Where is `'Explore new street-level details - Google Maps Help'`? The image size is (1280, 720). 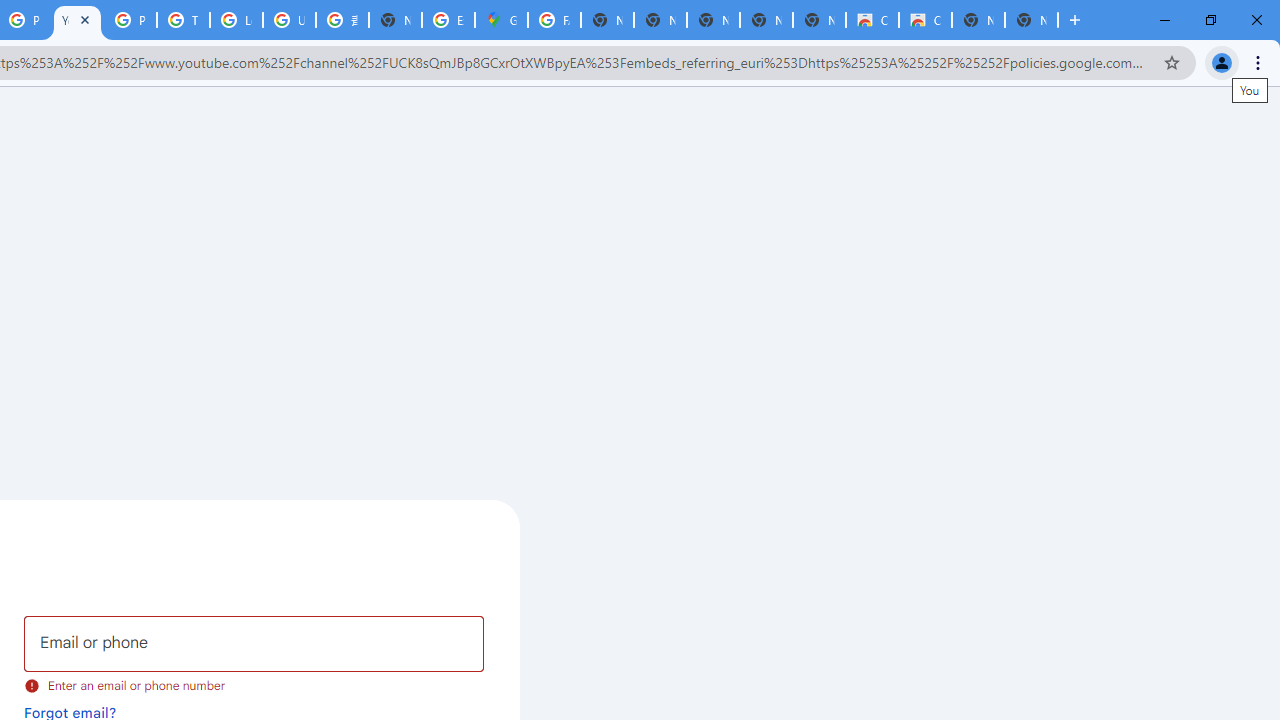 'Explore new street-level details - Google Maps Help' is located at coordinates (447, 20).